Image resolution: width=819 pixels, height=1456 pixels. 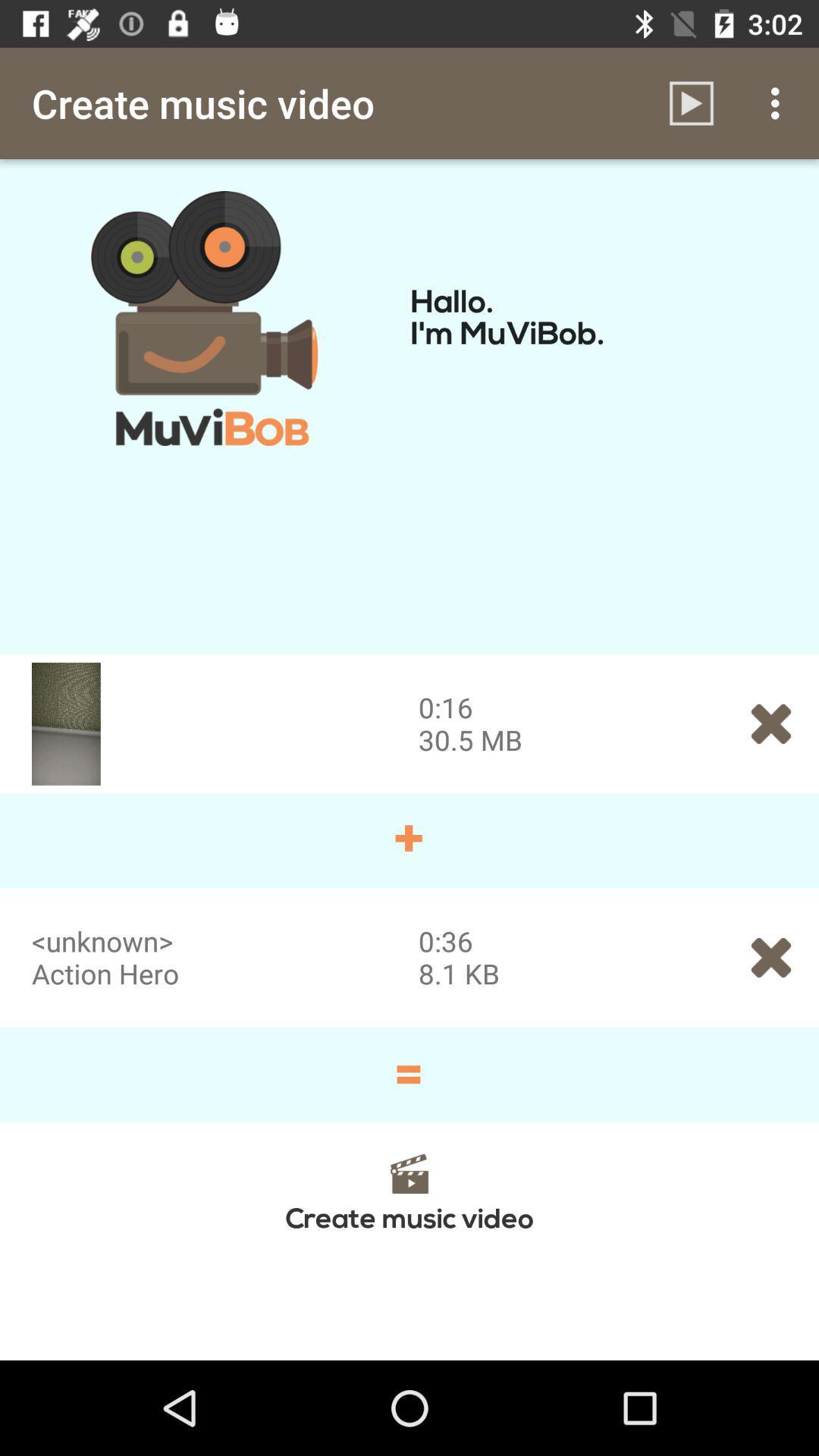 What do you see at coordinates (771, 723) in the screenshot?
I see `the close icon` at bounding box center [771, 723].